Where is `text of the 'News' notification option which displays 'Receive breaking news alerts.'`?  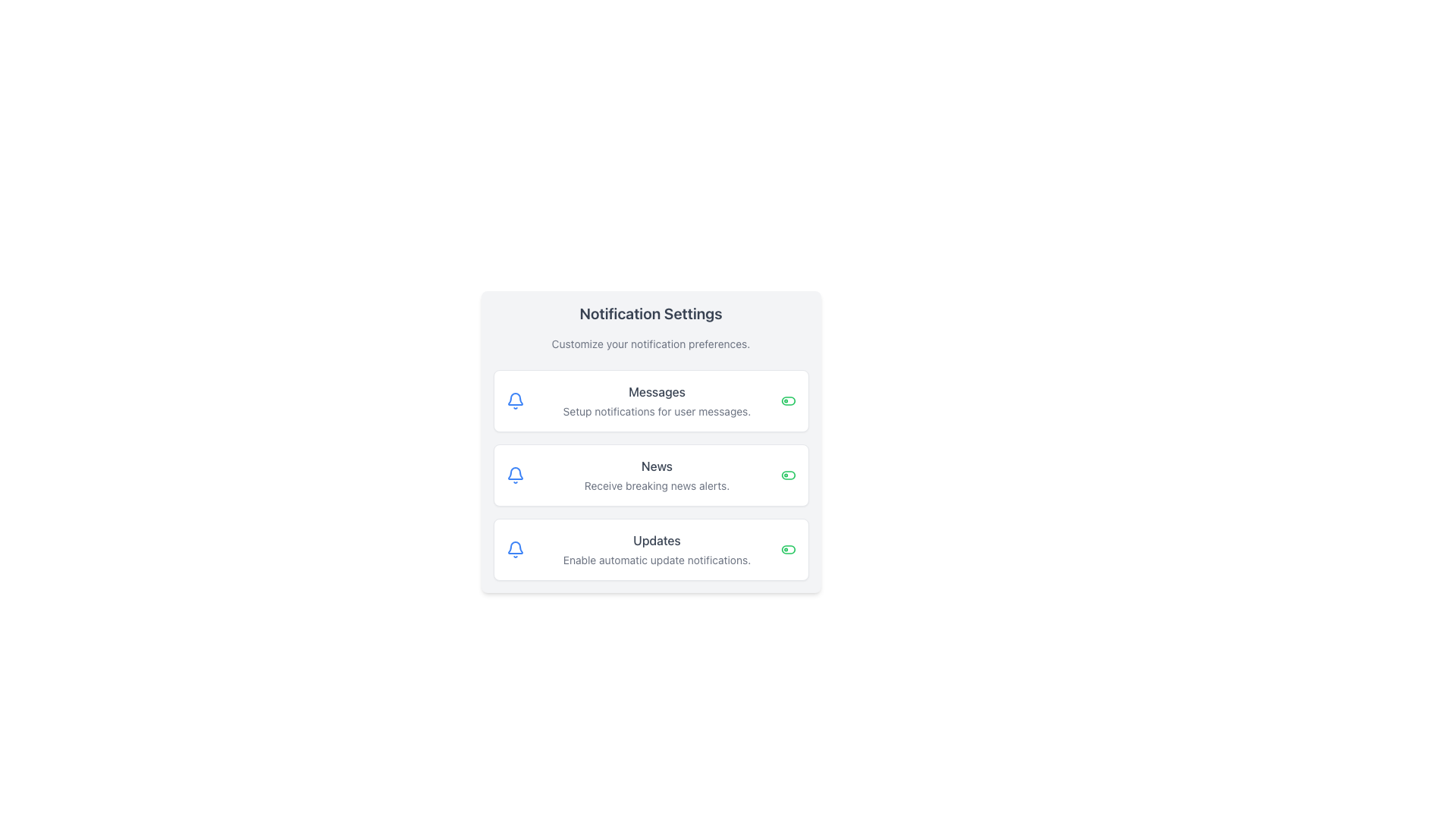
text of the 'News' notification option which displays 'Receive breaking news alerts.' is located at coordinates (657, 475).